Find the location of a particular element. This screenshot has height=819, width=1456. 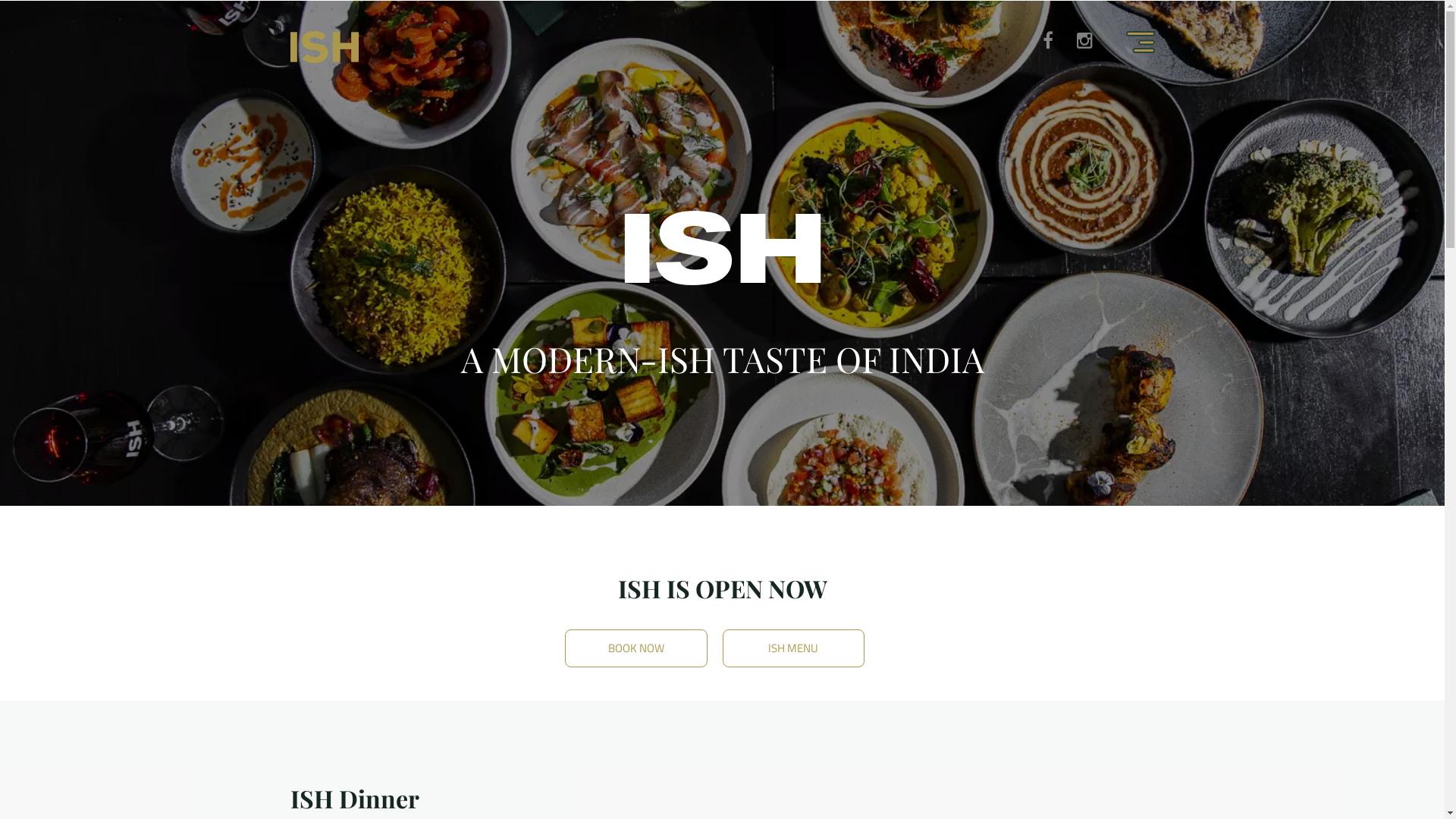

'ISH MENU' is located at coordinates (792, 648).